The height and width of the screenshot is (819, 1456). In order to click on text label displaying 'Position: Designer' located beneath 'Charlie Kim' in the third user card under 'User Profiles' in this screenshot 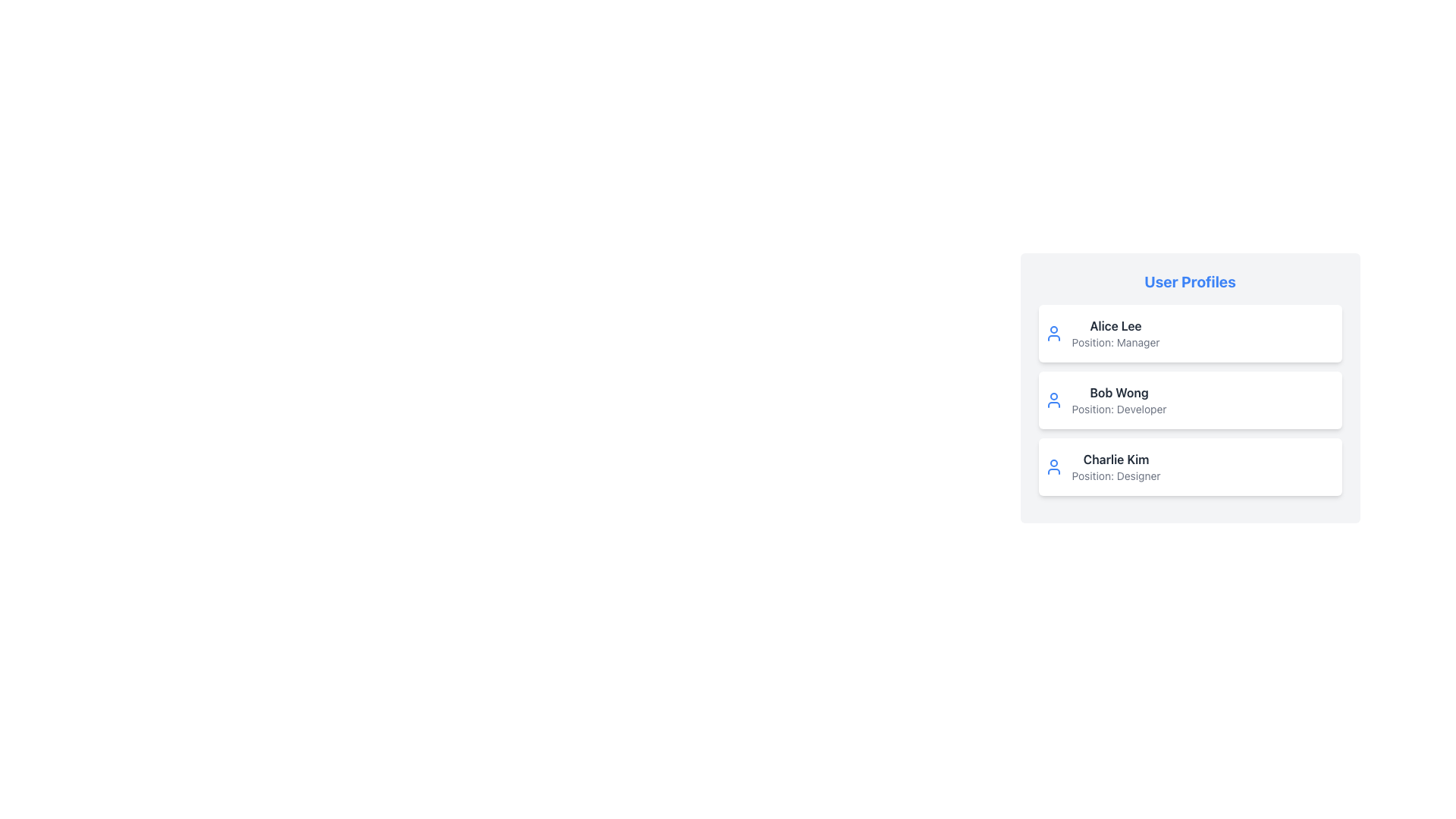, I will do `click(1116, 475)`.